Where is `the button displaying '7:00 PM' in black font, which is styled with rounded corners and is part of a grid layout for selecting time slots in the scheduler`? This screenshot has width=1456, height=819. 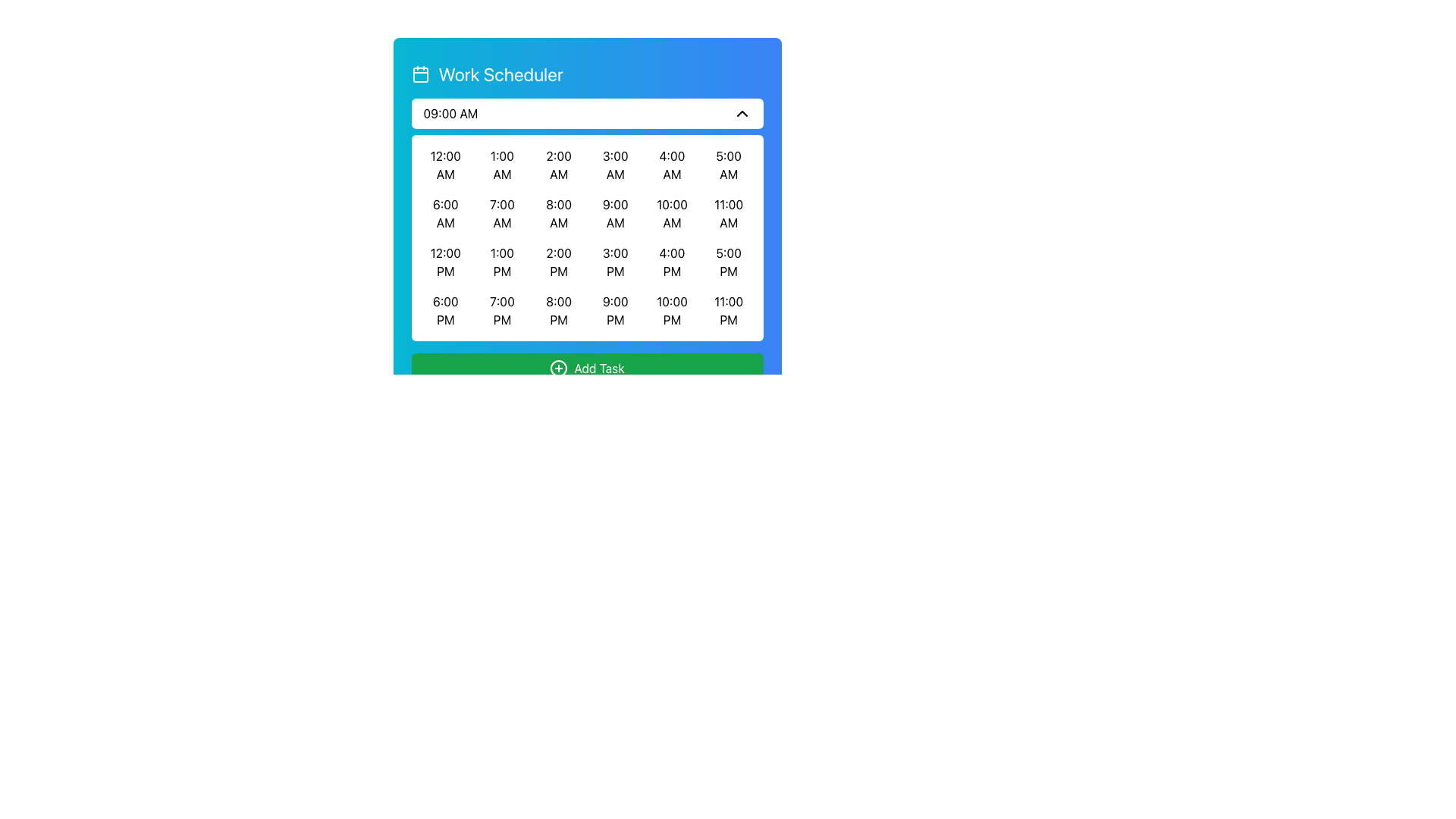
the button displaying '7:00 PM' in black font, which is styled with rounded corners and is part of a grid layout for selecting time slots in the scheduler is located at coordinates (502, 309).